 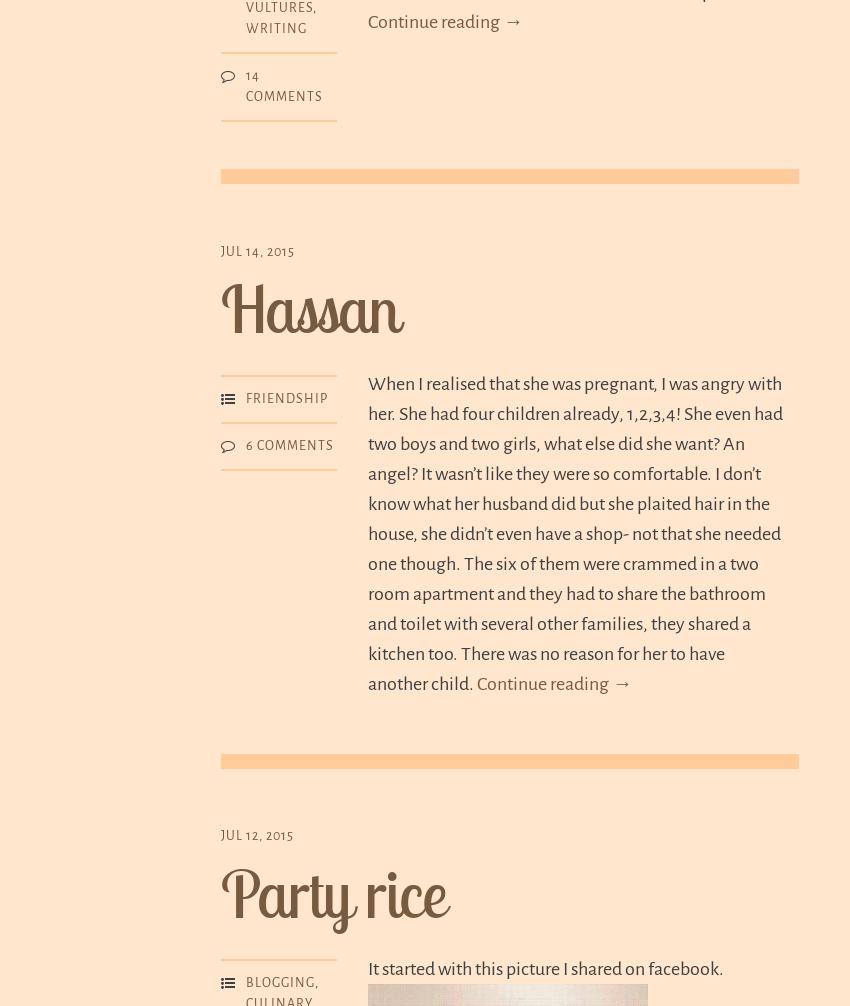 What do you see at coordinates (278, 8) in the screenshot?
I see `'Vultures'` at bounding box center [278, 8].